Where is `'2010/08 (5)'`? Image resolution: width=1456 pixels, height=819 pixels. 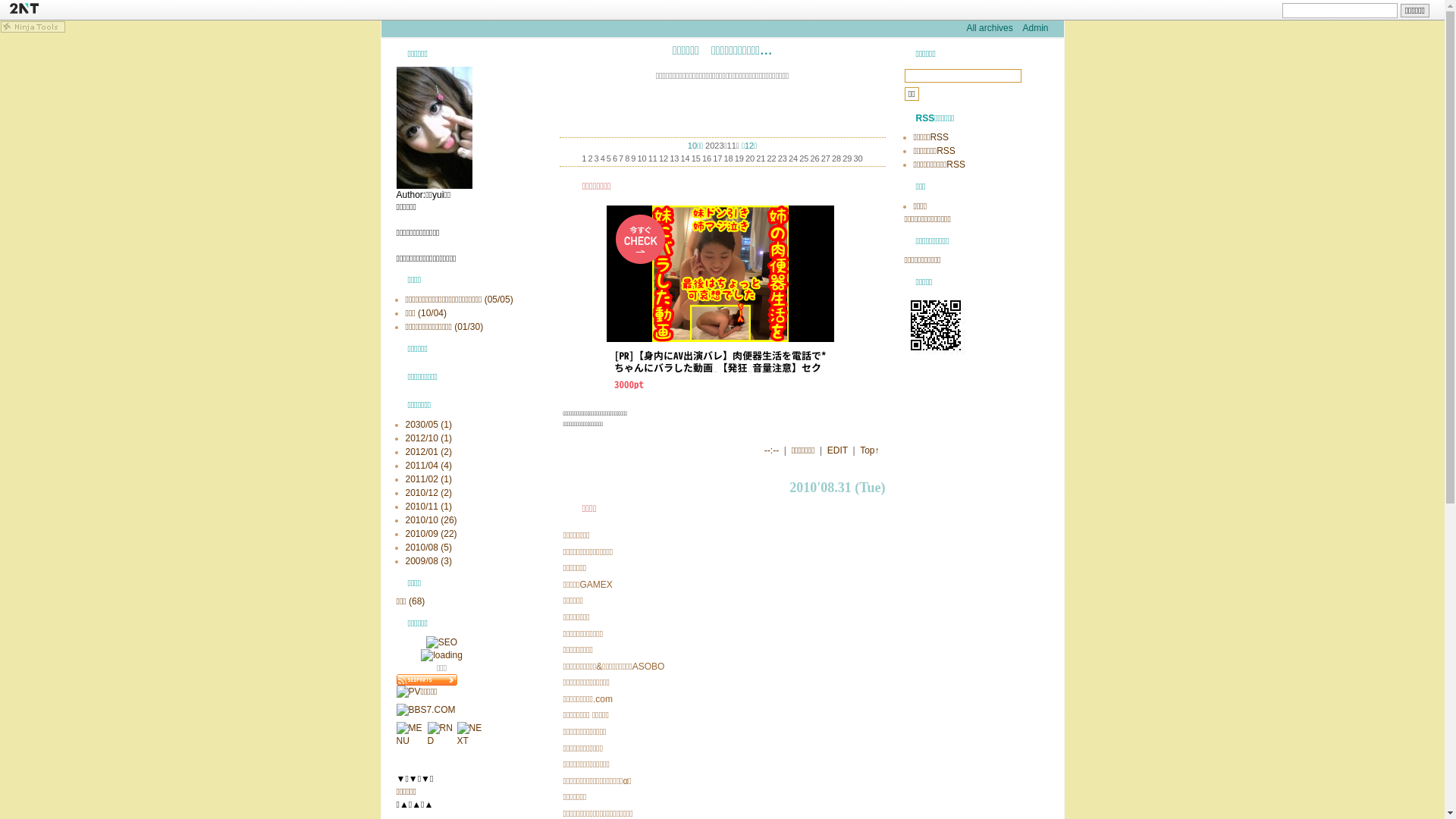
'2010/08 (5)' is located at coordinates (427, 547).